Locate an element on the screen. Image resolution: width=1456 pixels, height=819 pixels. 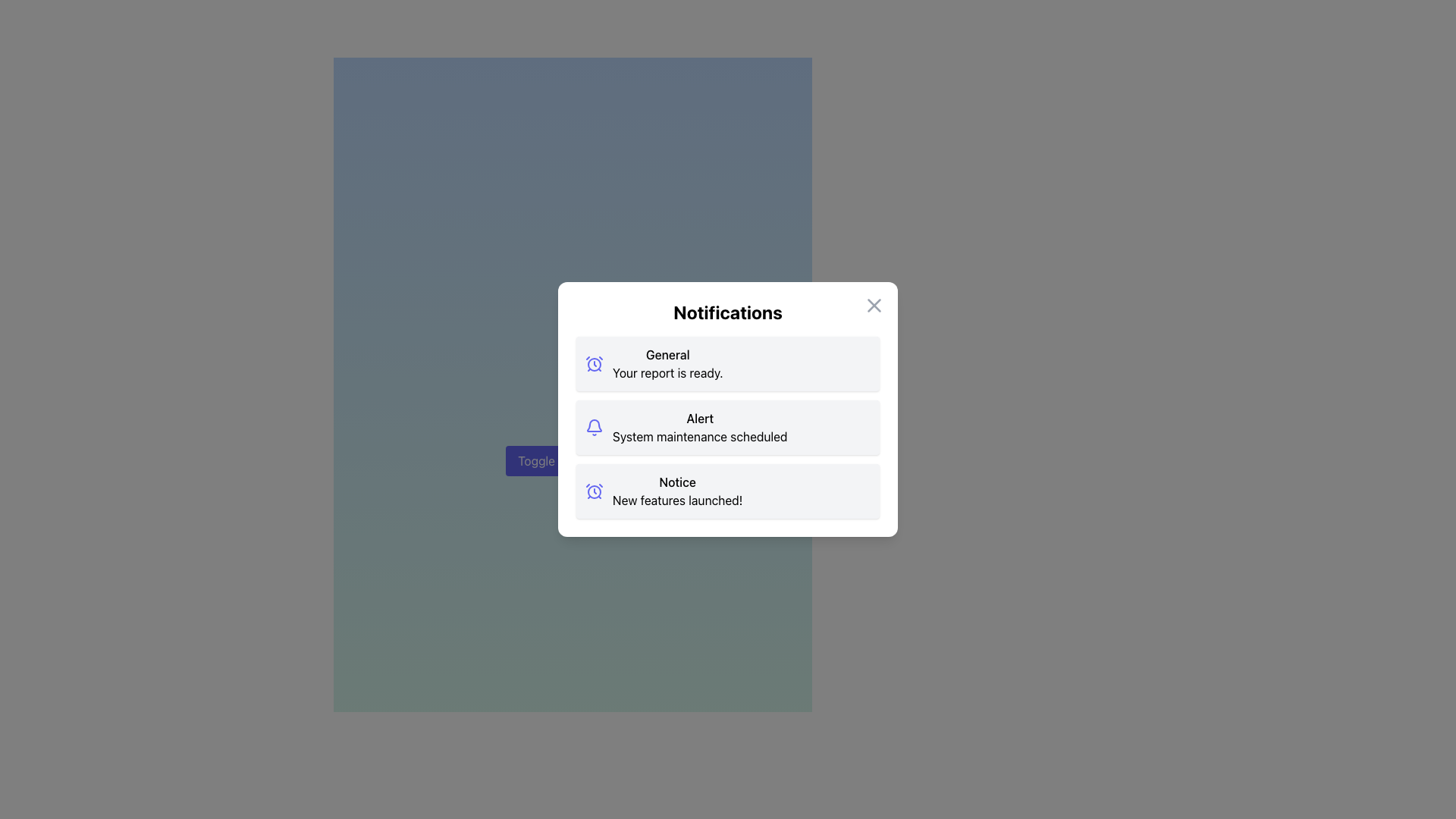
the 'Notice' text display element that shows 'New features launched!' in the notifications popup is located at coordinates (676, 491).